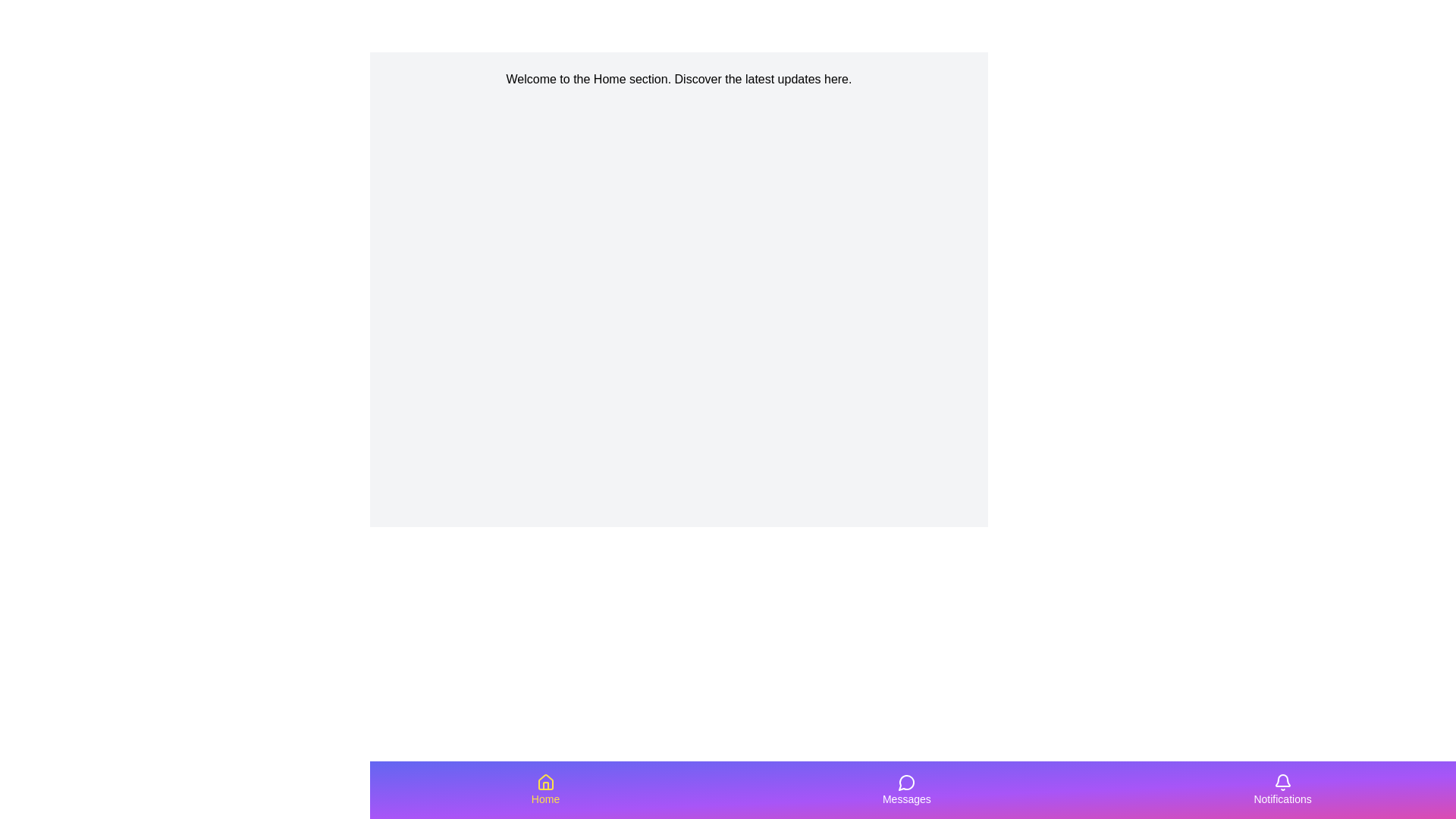 This screenshot has width=1456, height=819. I want to click on the Decorative icon representing the 'Messages' section in the bottom navigation bar of the application, so click(906, 783).